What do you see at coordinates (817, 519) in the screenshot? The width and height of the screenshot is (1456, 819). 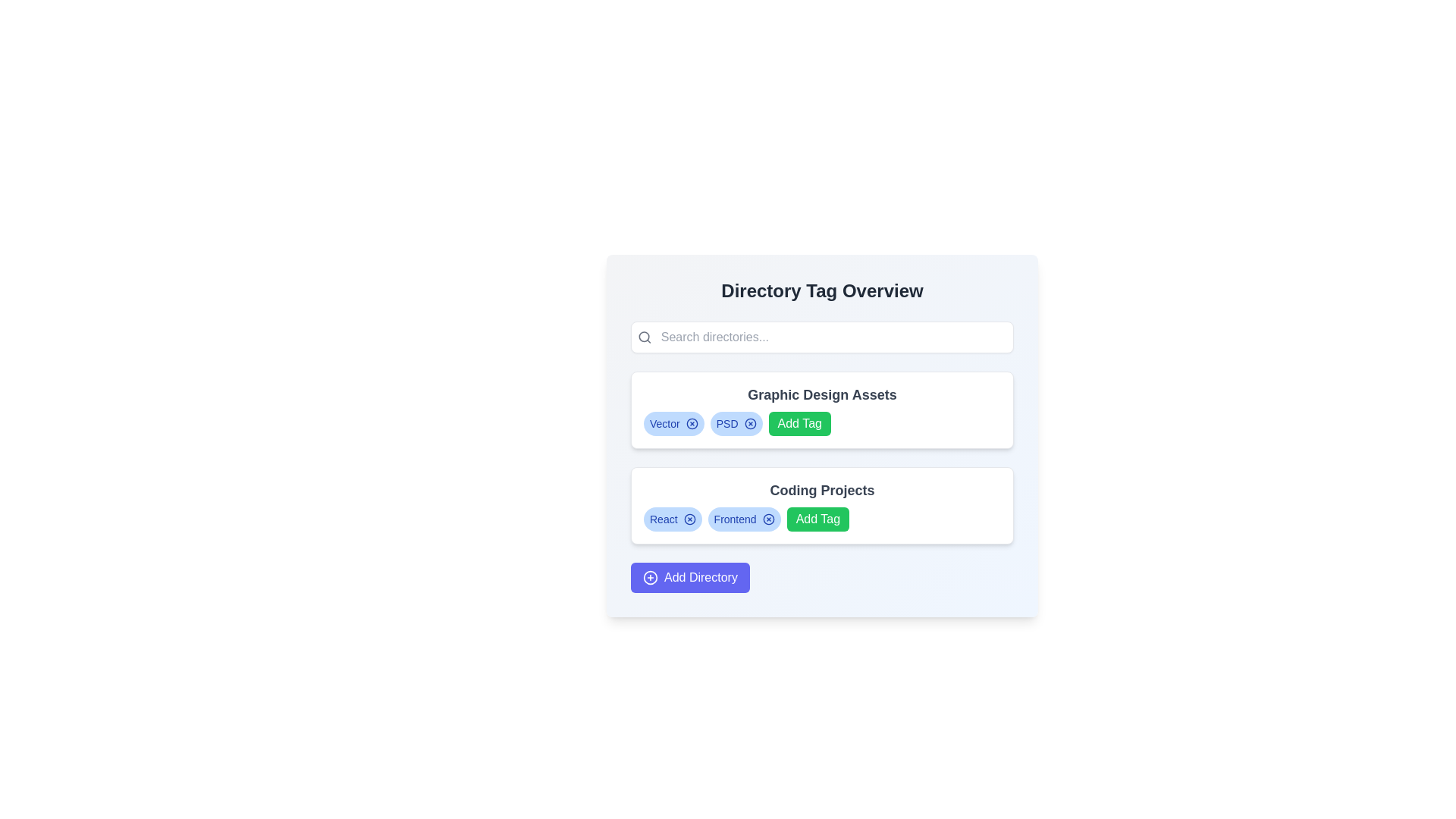 I see `the button to the right of the 'Coding Projects' section, which allows users` at bounding box center [817, 519].